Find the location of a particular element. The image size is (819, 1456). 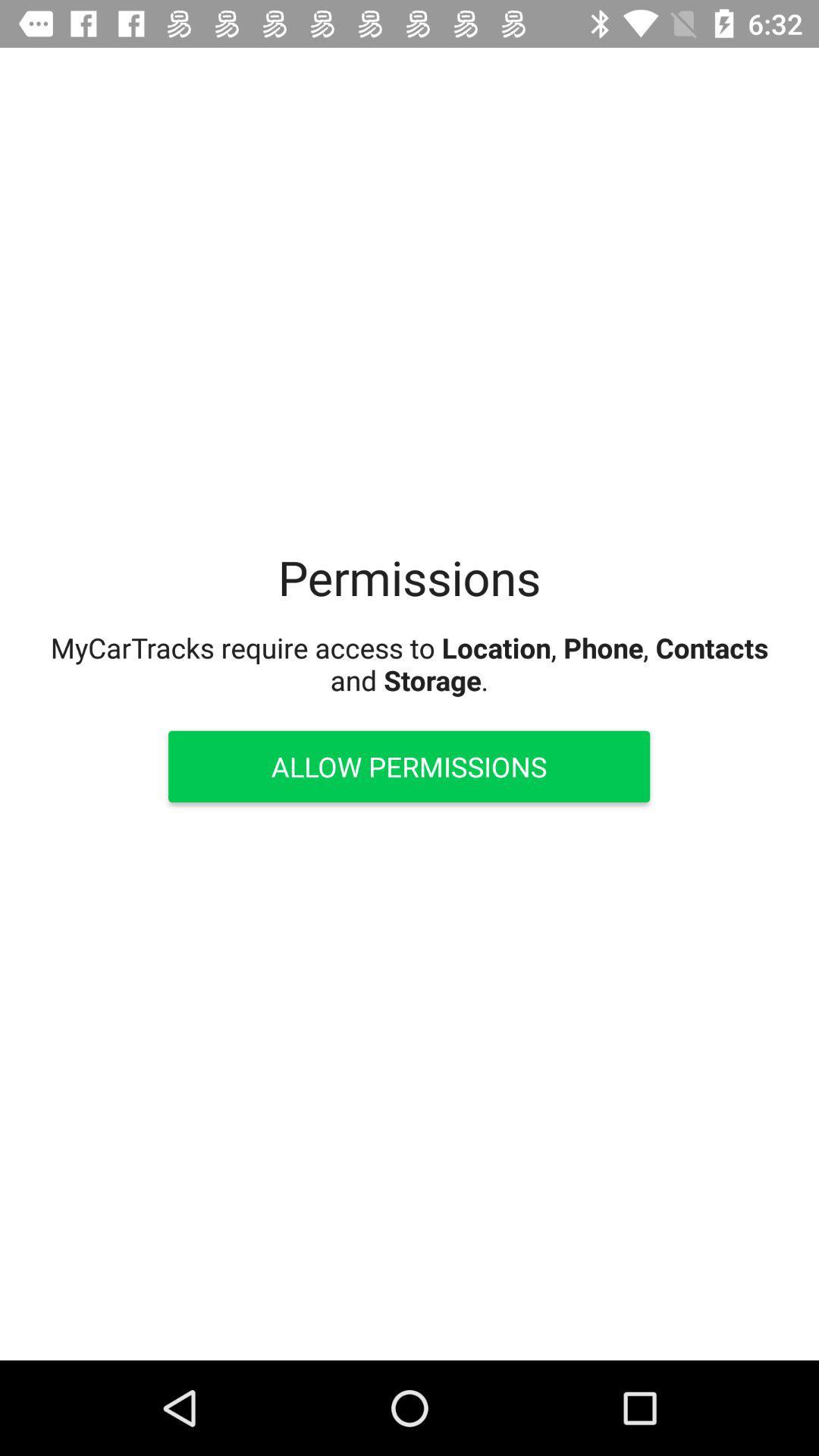

the item below mycartracks require access is located at coordinates (408, 767).